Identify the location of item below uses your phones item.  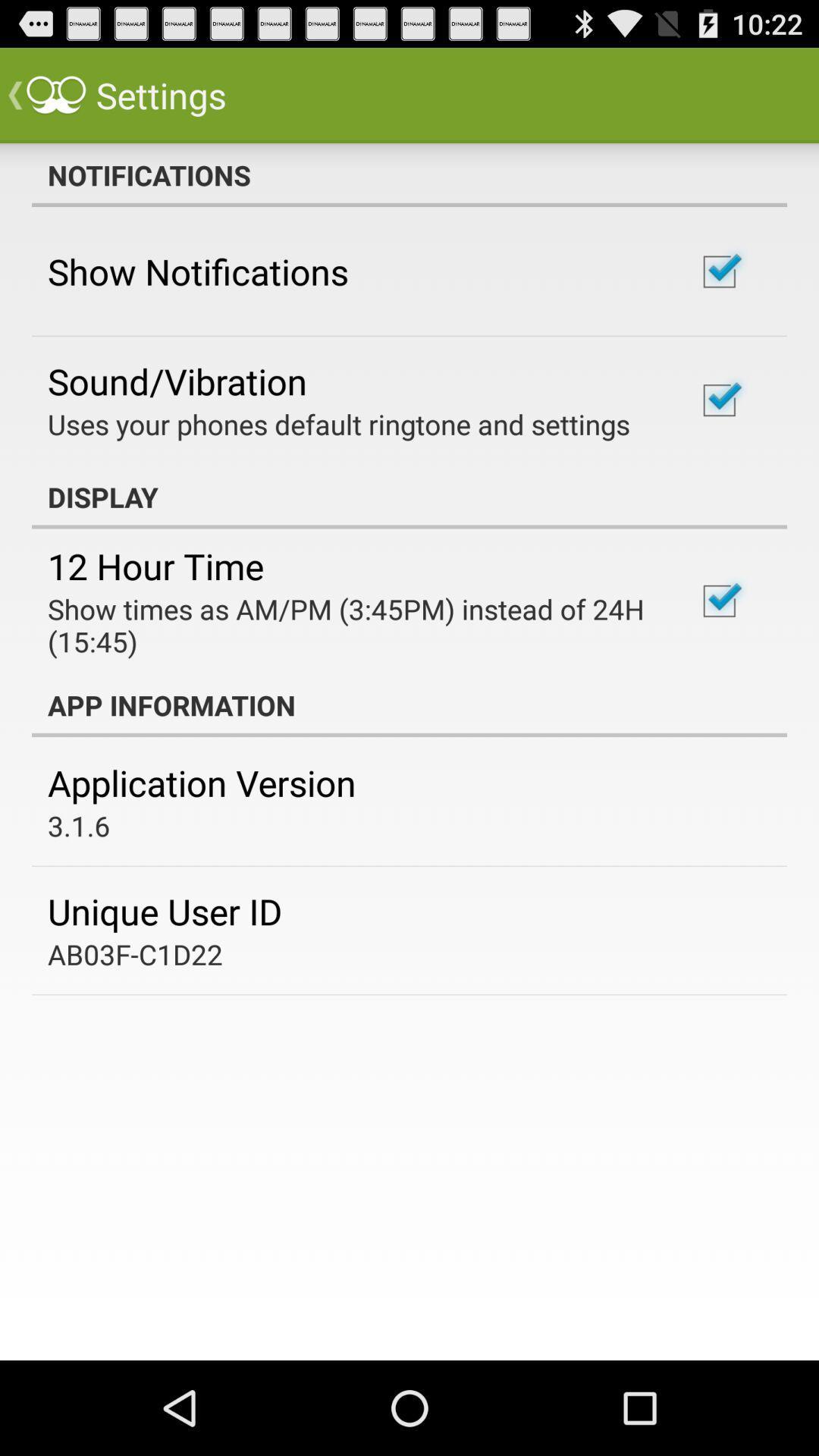
(409, 497).